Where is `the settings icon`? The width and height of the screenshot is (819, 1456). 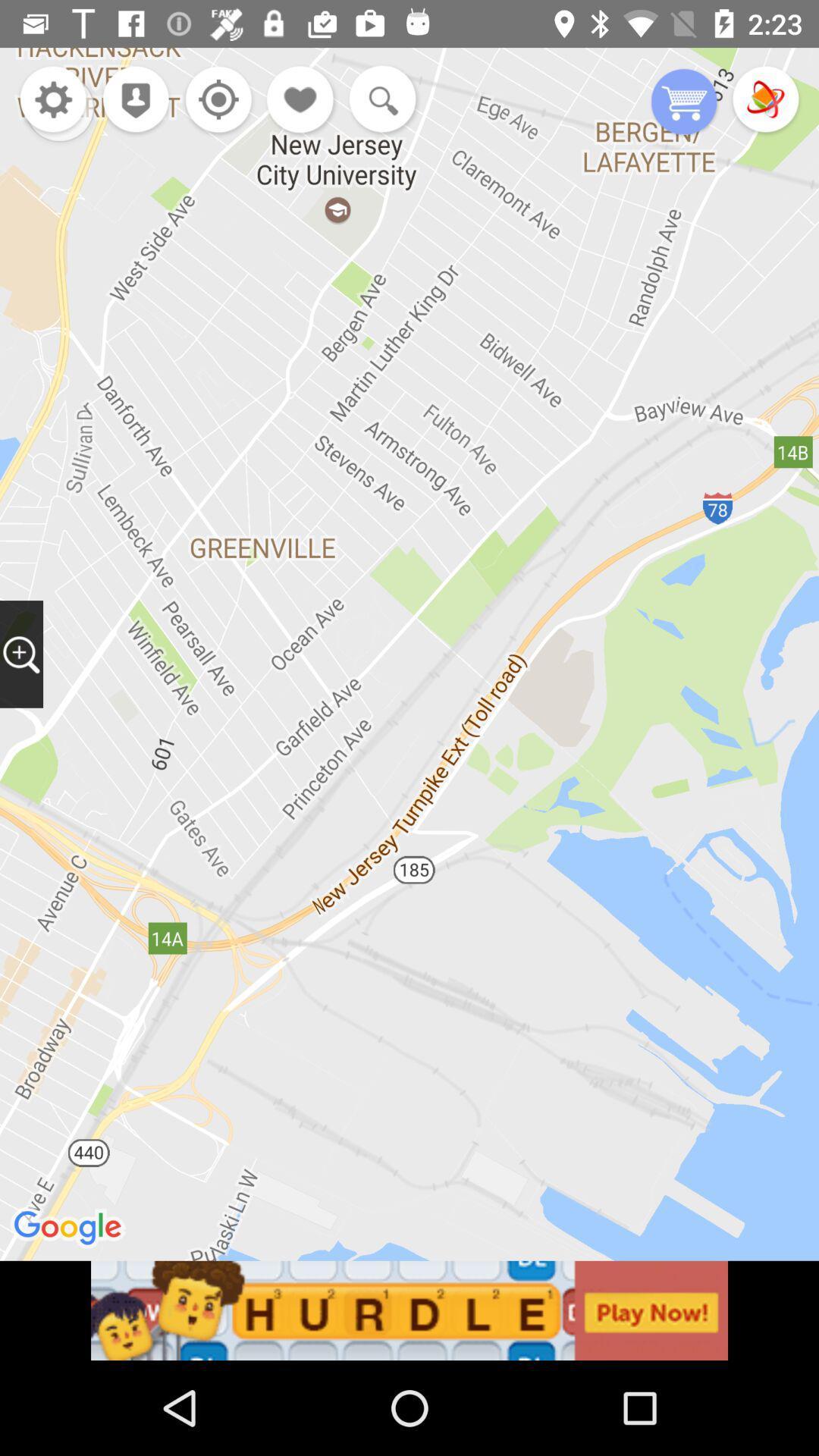 the settings icon is located at coordinates (58, 106).